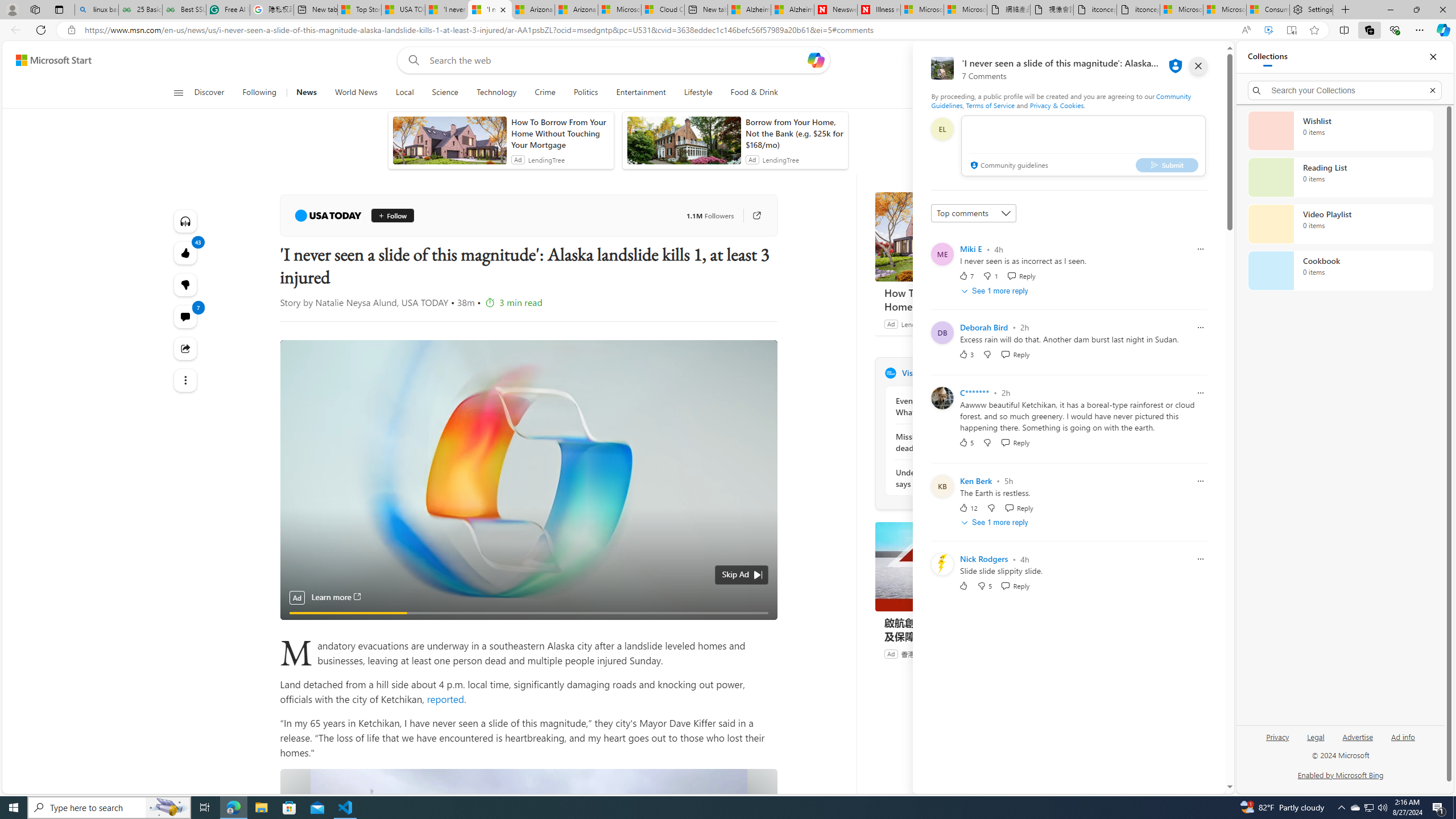 The height and width of the screenshot is (819, 1456). Describe the element at coordinates (973, 213) in the screenshot. I see `'Sort comments by'` at that location.